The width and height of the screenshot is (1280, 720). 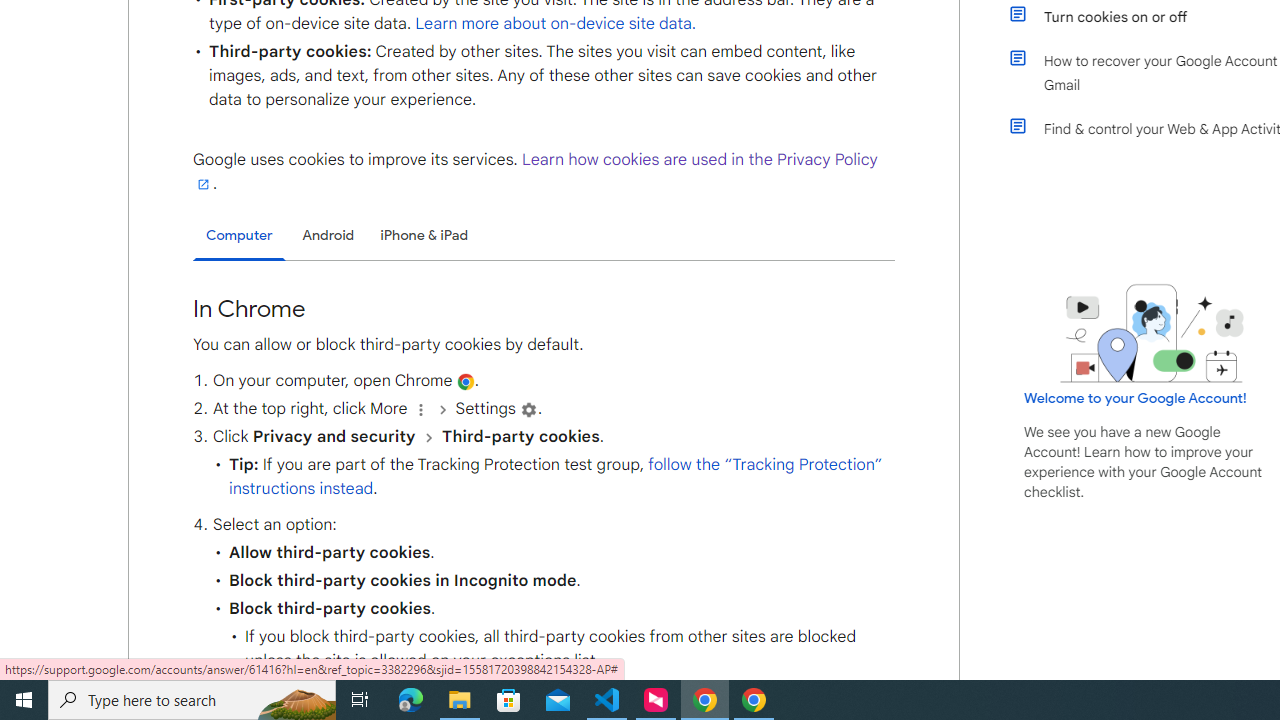 What do you see at coordinates (423, 234) in the screenshot?
I see `'iPhone & iPad'` at bounding box center [423, 234].